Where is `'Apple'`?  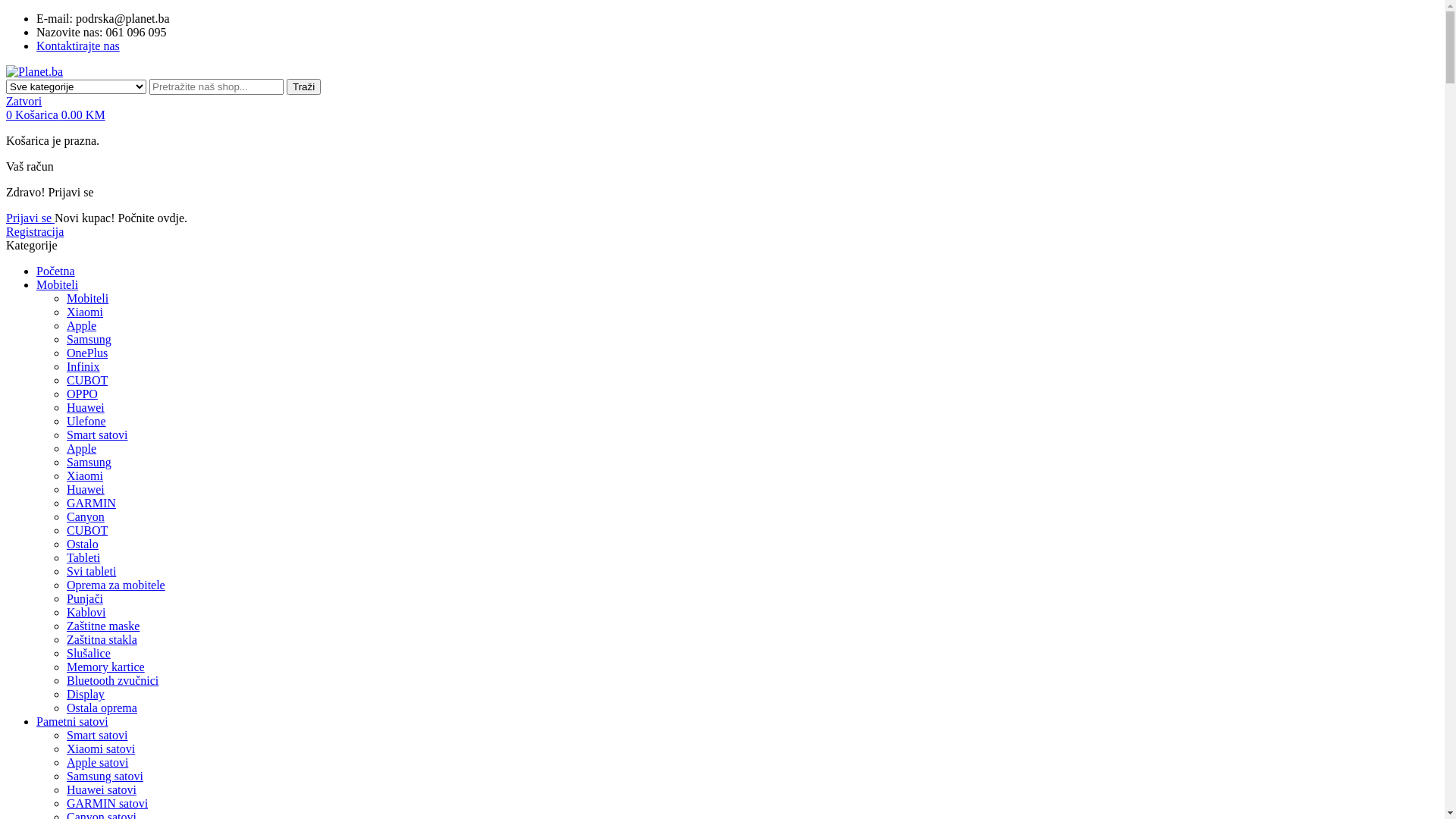 'Apple' is located at coordinates (65, 447).